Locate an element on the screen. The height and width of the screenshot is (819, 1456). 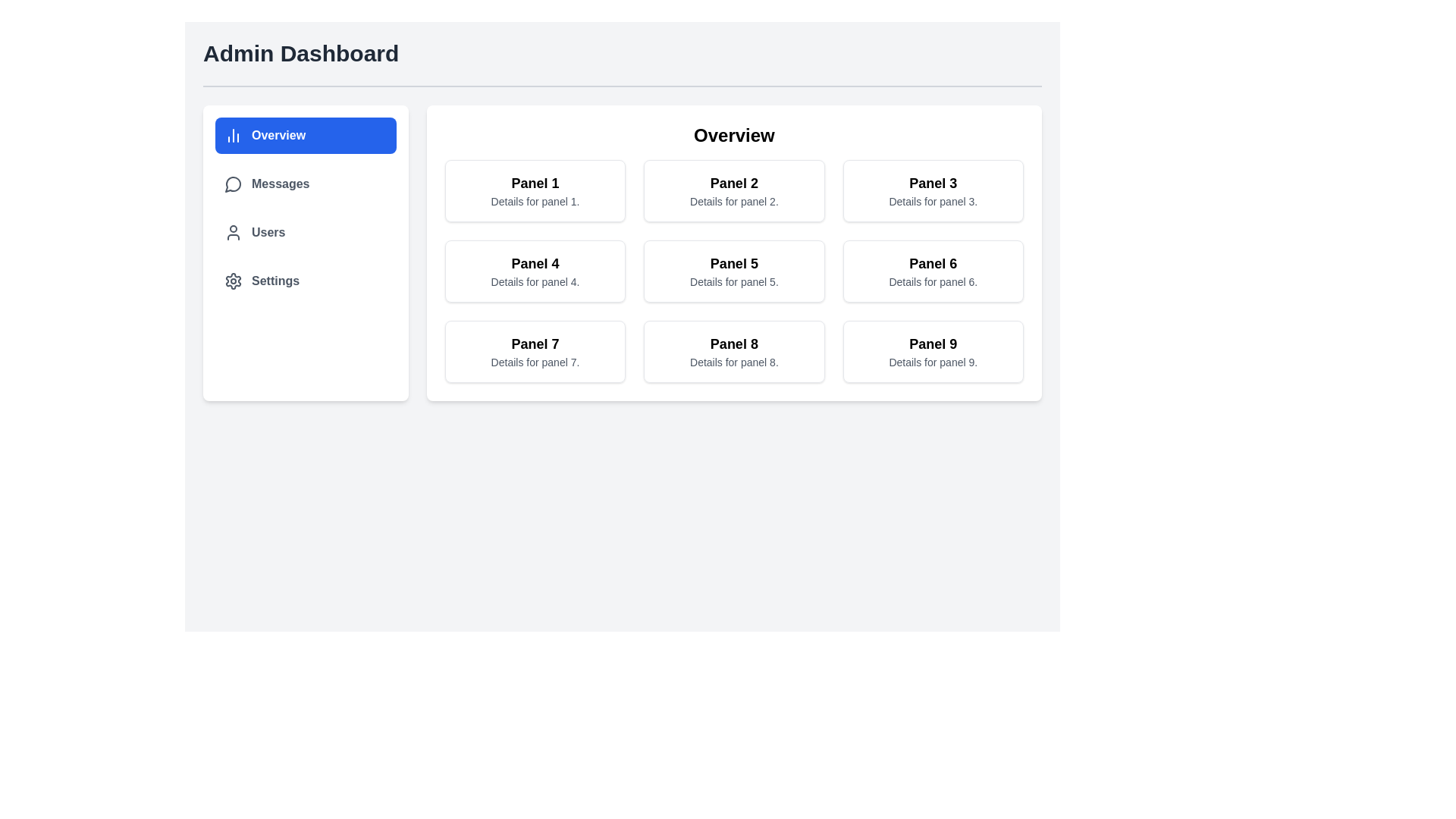
the text label that serves as the title or heading for its respective panel, positioned at the top-left corner of the rectangular panel is located at coordinates (535, 183).